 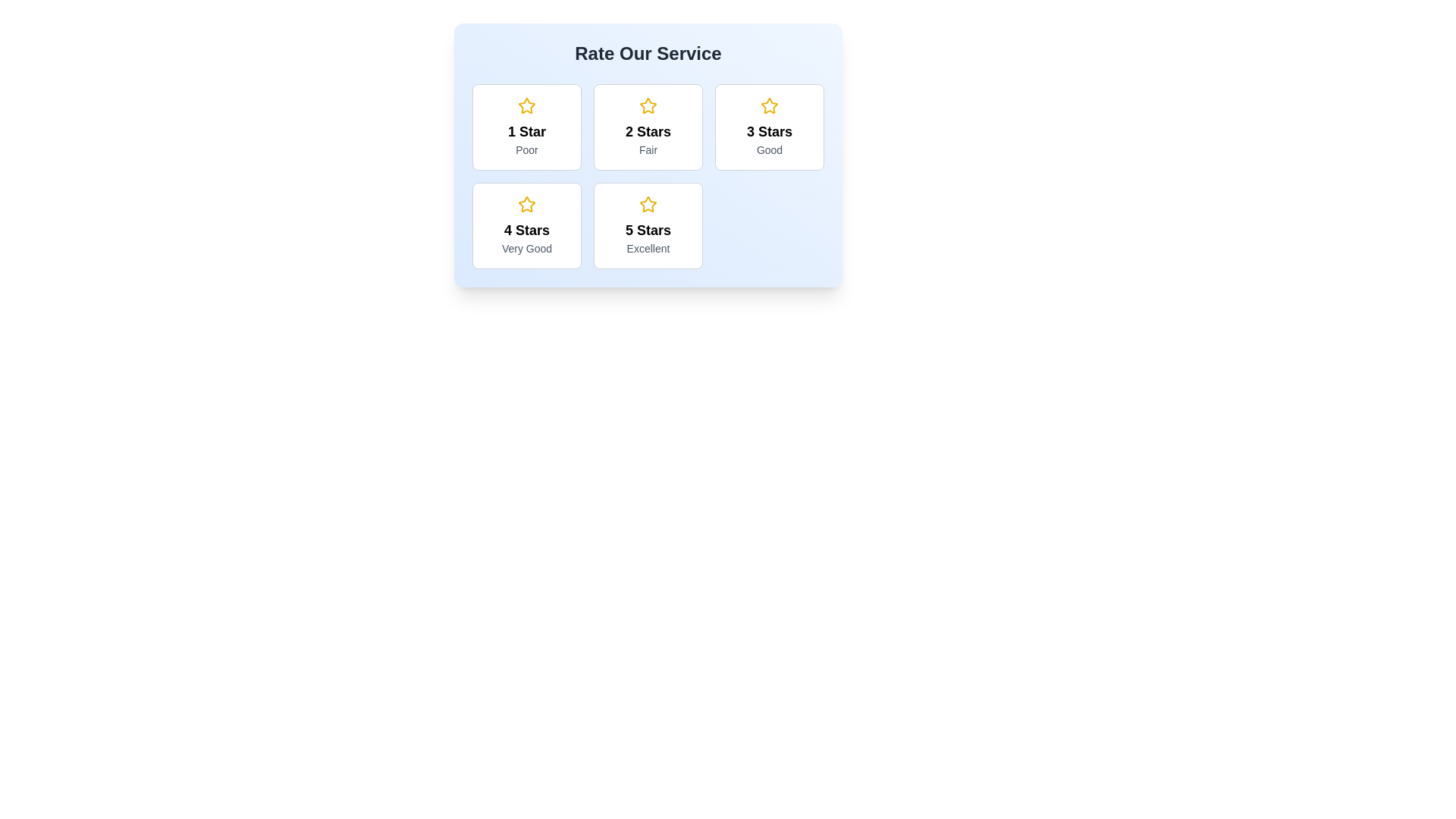 What do you see at coordinates (527, 105) in the screenshot?
I see `the '1 Star' rating icon, which is the star located at the top left of the rating grid in the 'Rate Our Service' section` at bounding box center [527, 105].